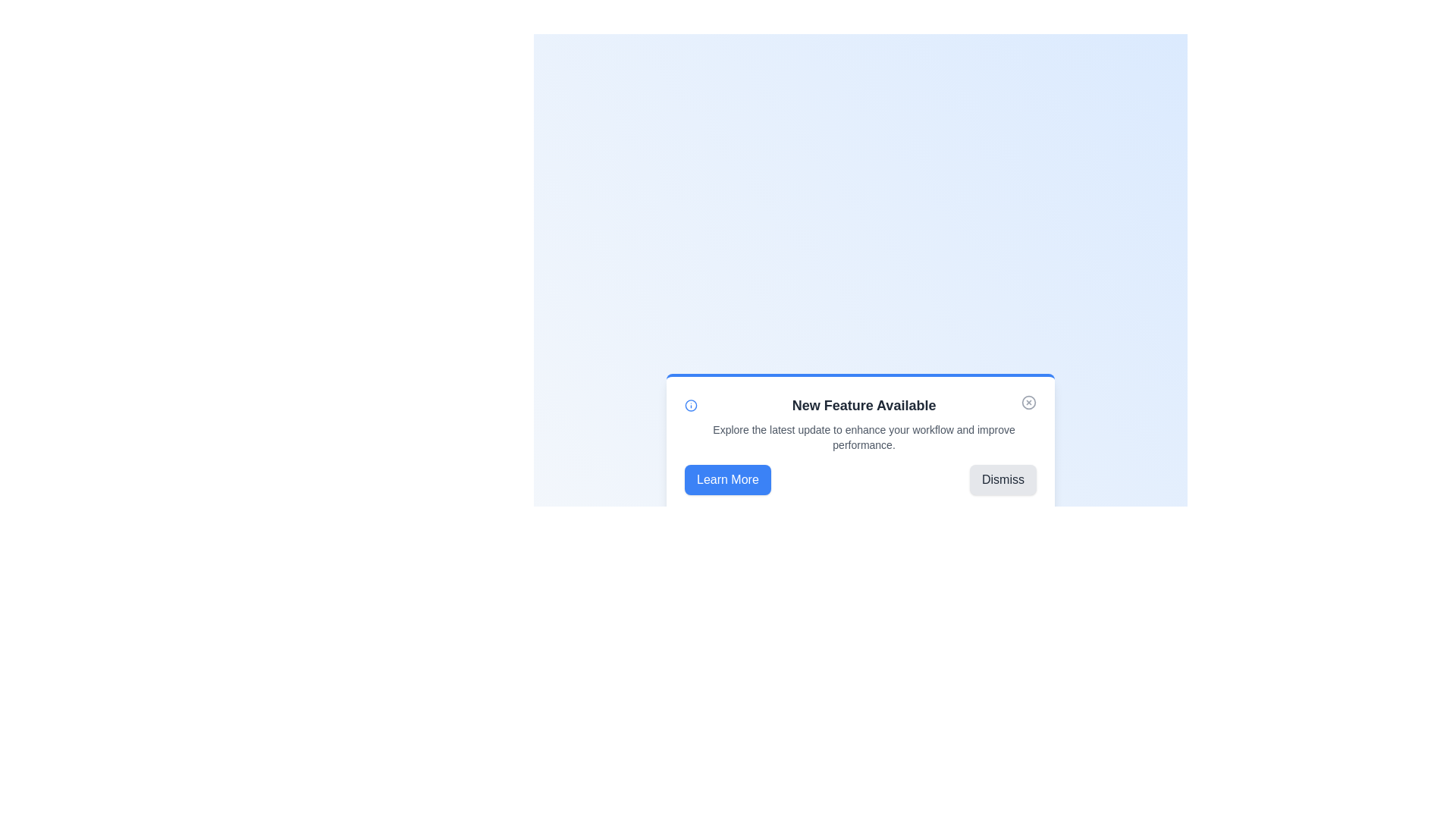 The image size is (1456, 819). What do you see at coordinates (1003, 479) in the screenshot?
I see `the 'Dismiss' button to close the alert` at bounding box center [1003, 479].